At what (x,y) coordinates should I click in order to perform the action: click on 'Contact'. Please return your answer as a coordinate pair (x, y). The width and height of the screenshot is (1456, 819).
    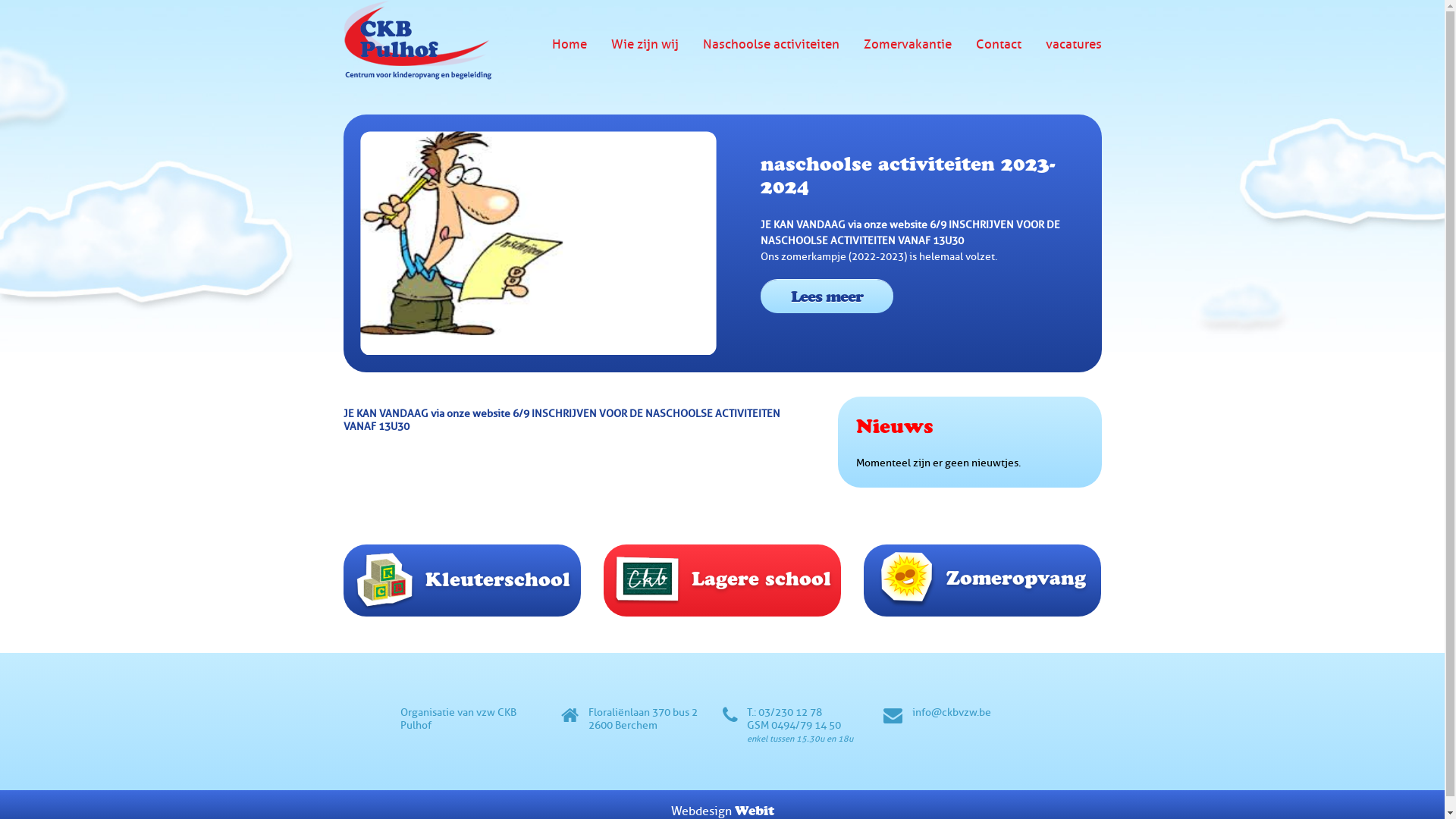
    Looking at the image, I should click on (997, 43).